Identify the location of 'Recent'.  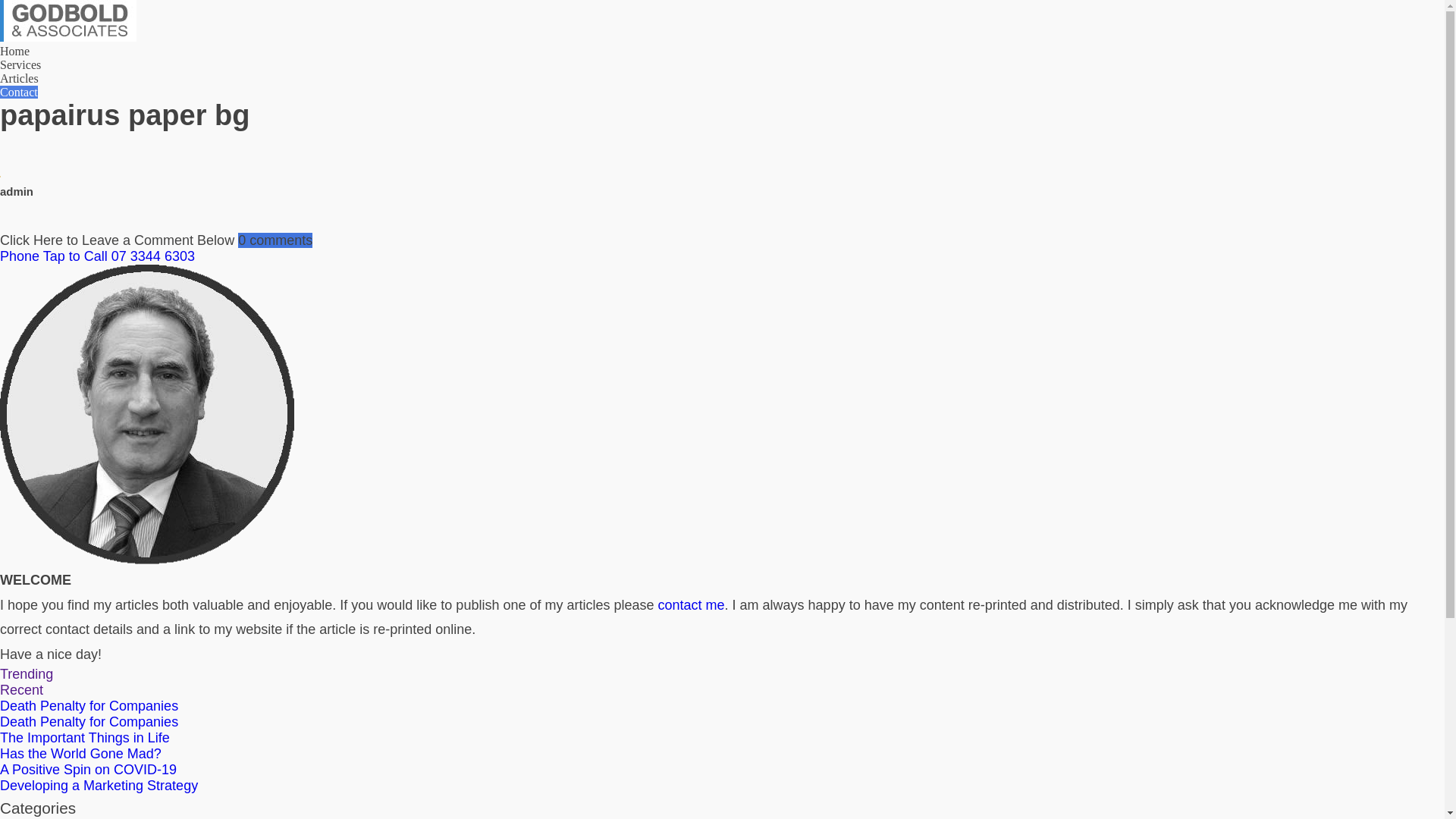
(21, 690).